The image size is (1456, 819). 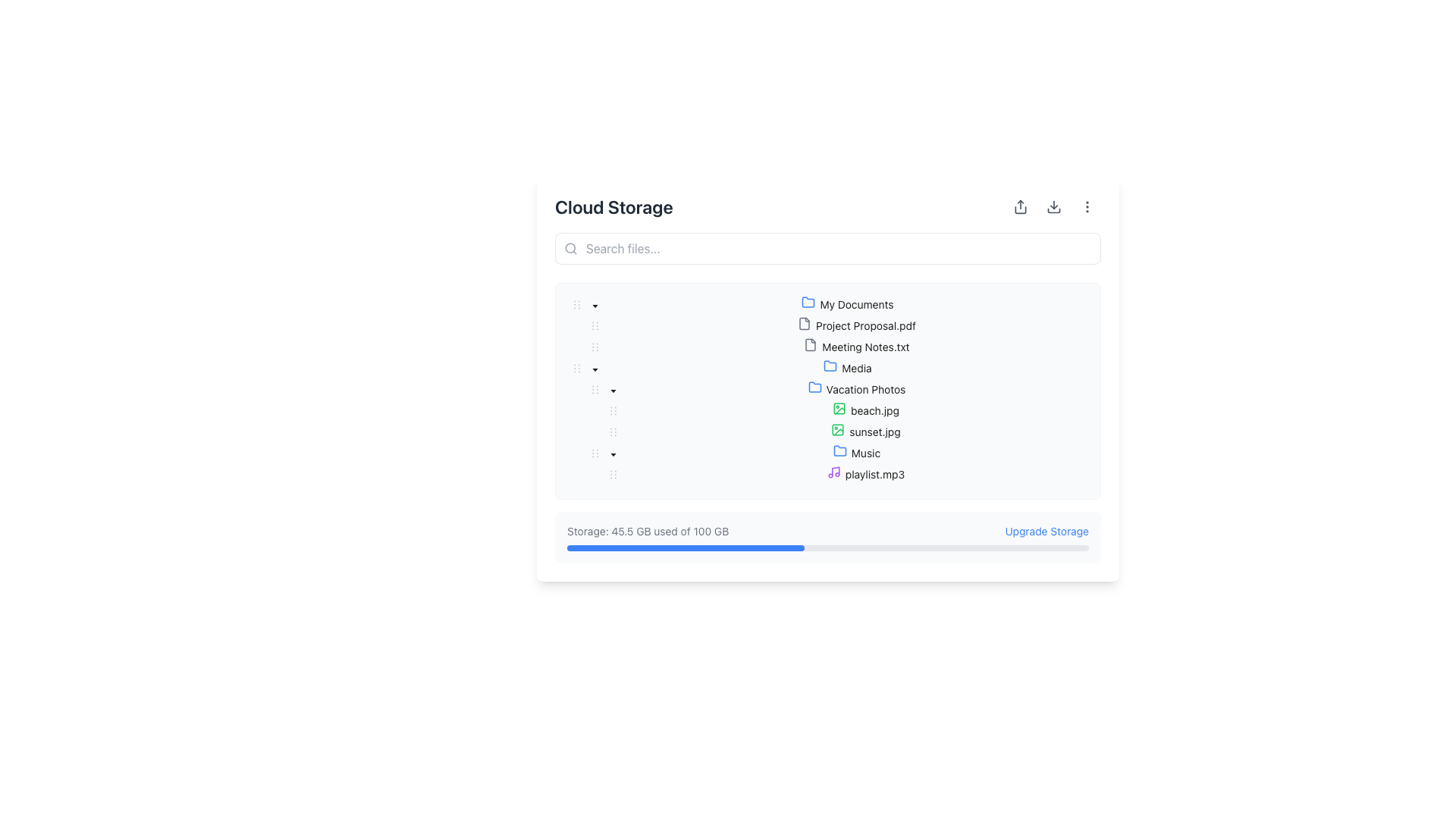 I want to click on the icon adjacent to the 'Vacation Photos' folder, so click(x=613, y=454).